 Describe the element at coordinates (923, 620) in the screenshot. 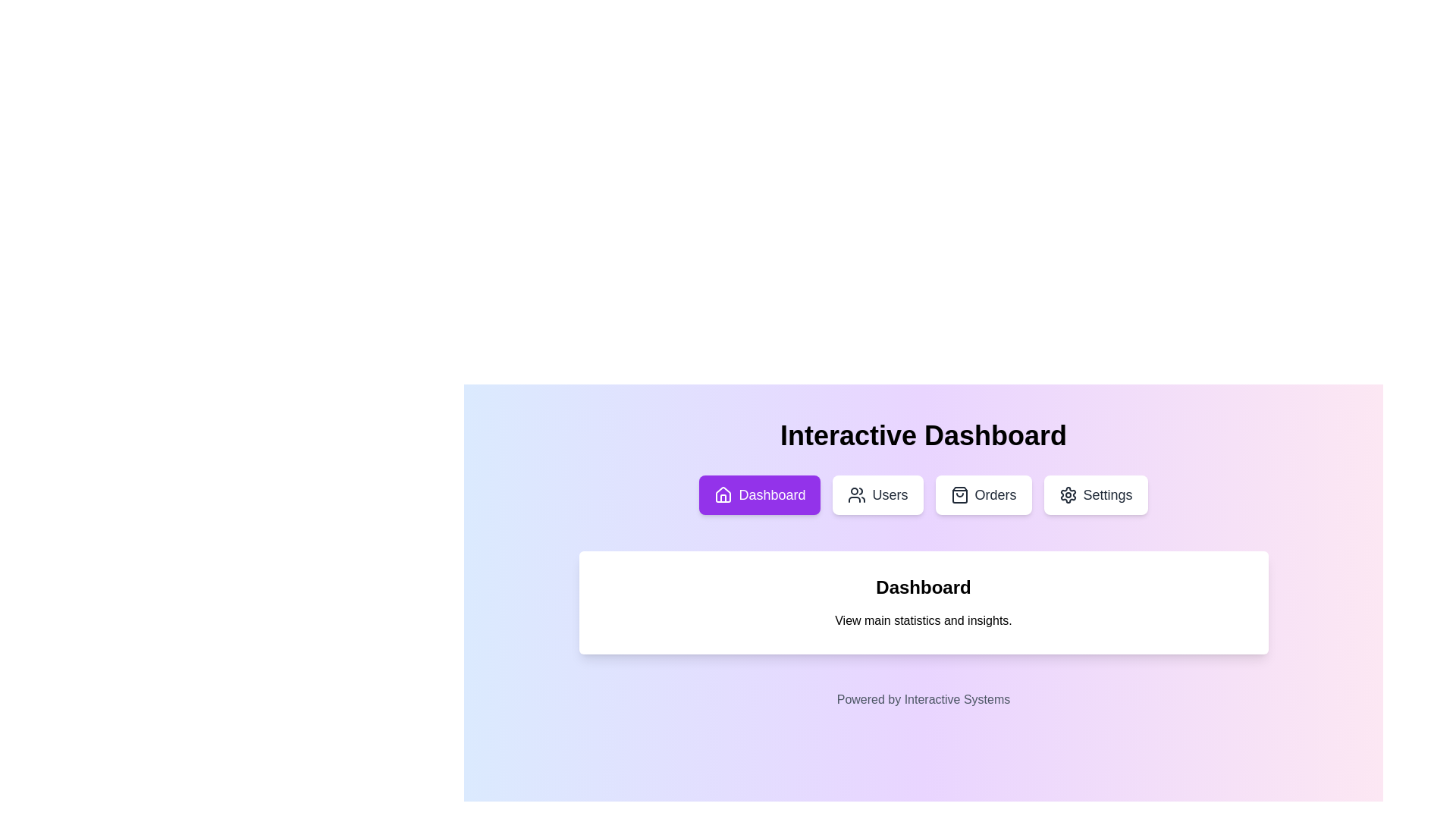

I see `the text label that reads 'View main statistics and insights.' located beneath the 'Dashboard' heading` at that location.